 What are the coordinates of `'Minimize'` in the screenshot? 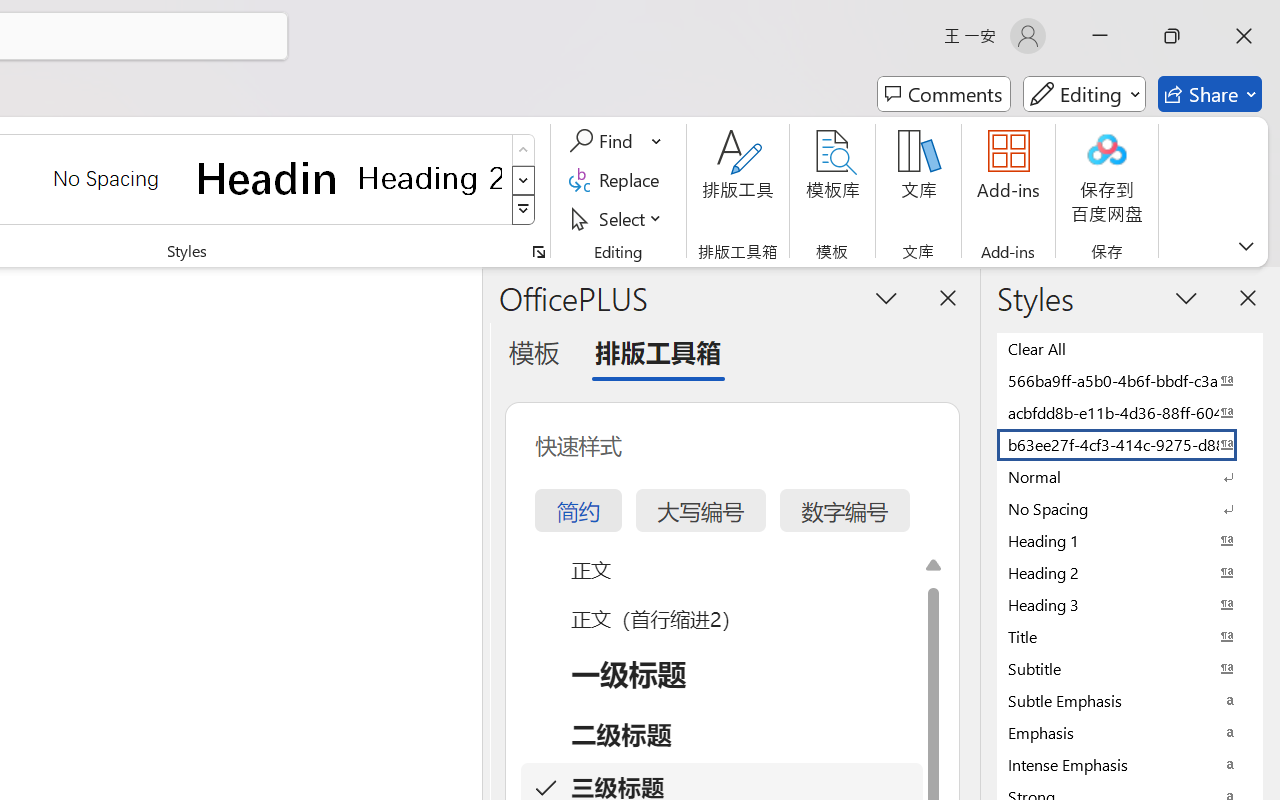 It's located at (1099, 35).